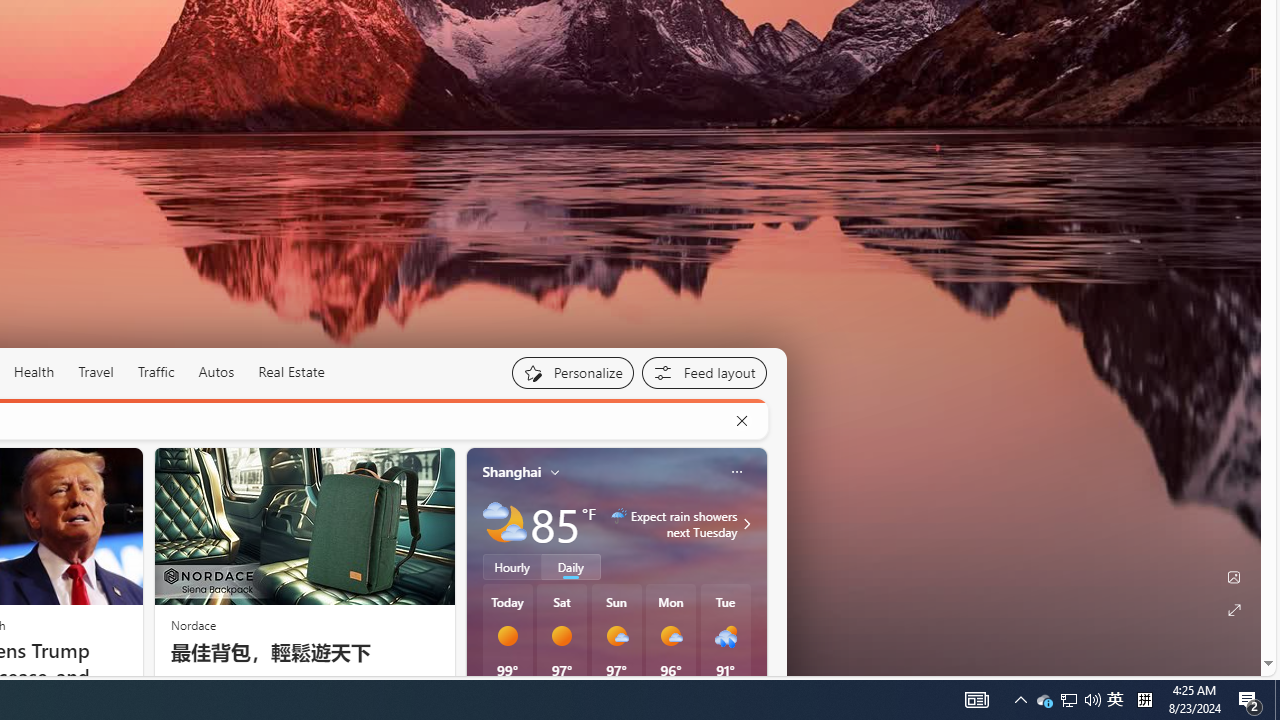 The height and width of the screenshot is (720, 1280). I want to click on 'Autos', so click(216, 372).